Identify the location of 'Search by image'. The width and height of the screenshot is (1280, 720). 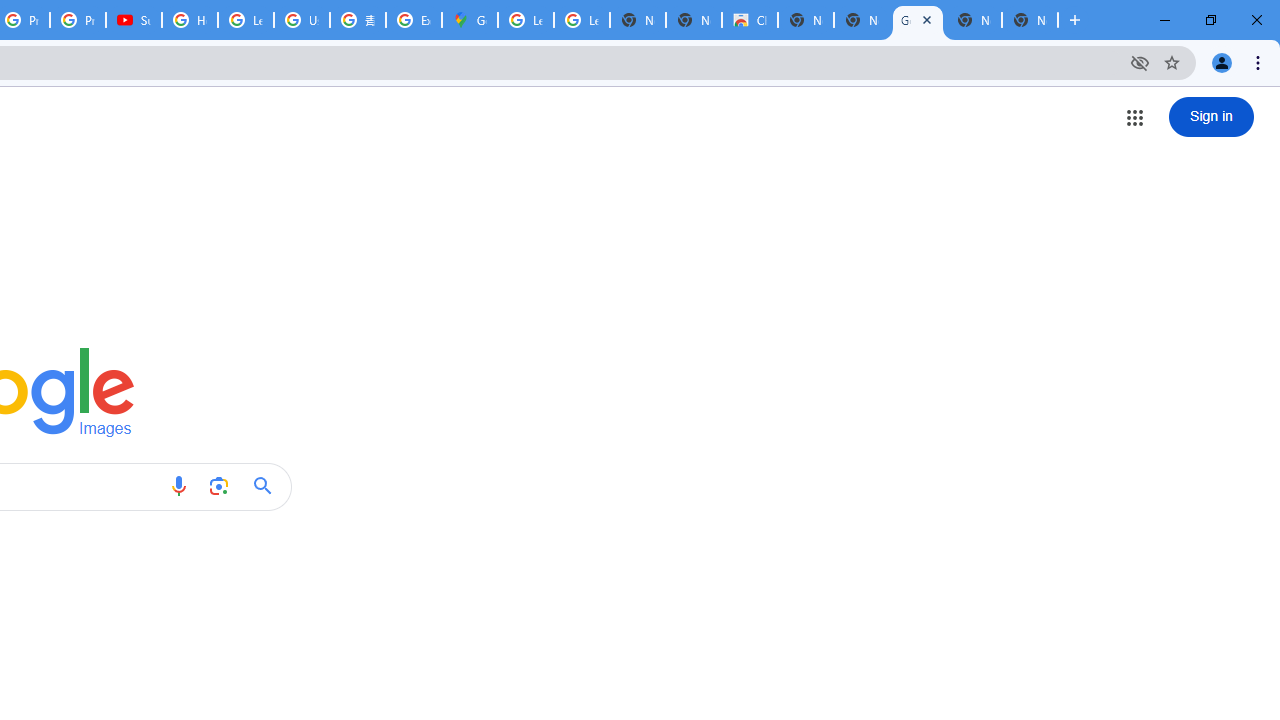
(218, 486).